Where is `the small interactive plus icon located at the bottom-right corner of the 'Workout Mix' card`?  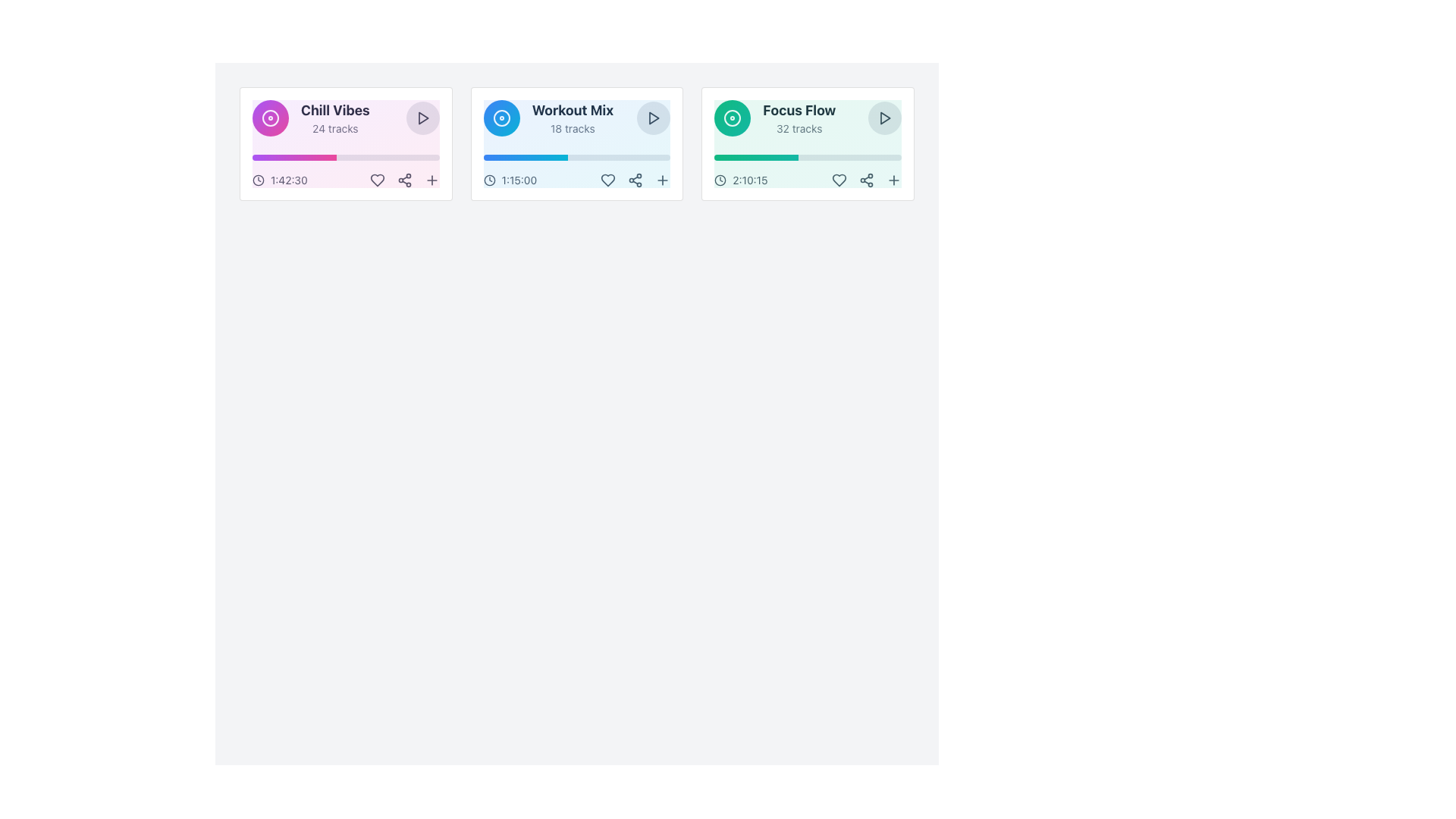 the small interactive plus icon located at the bottom-right corner of the 'Workout Mix' card is located at coordinates (663, 180).